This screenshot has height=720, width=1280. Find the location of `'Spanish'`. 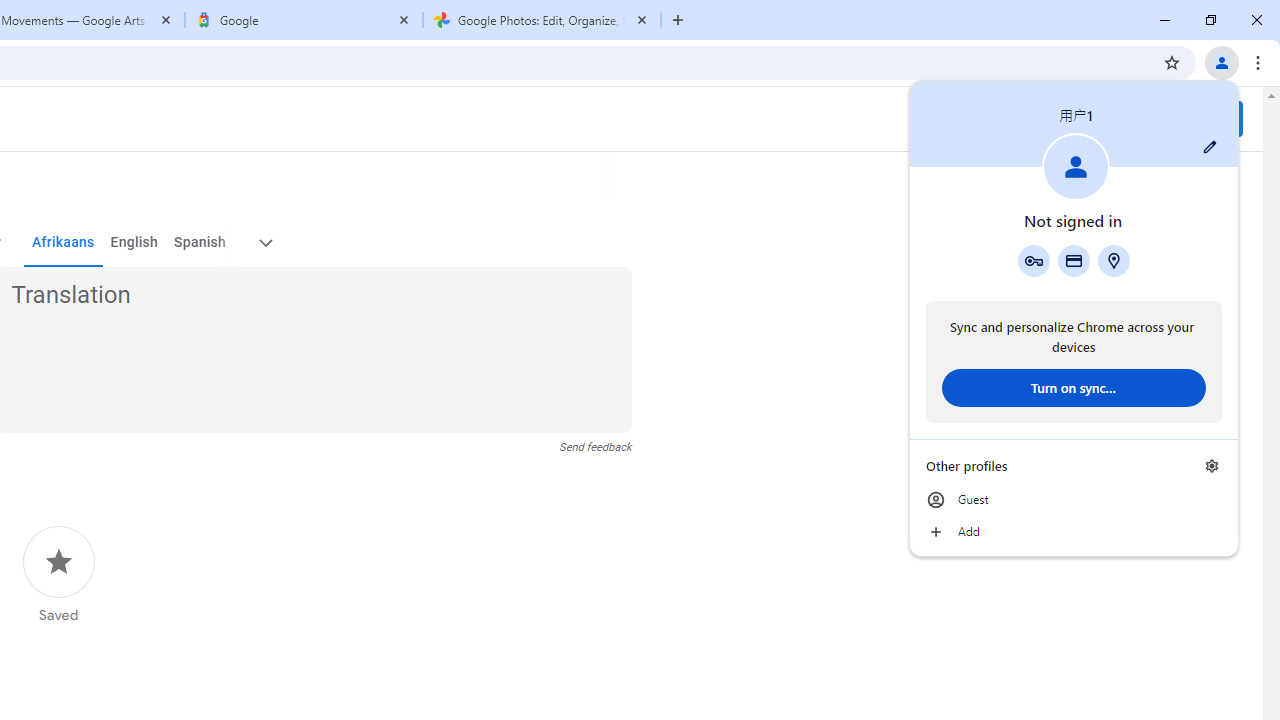

'Spanish' is located at coordinates (199, 242).